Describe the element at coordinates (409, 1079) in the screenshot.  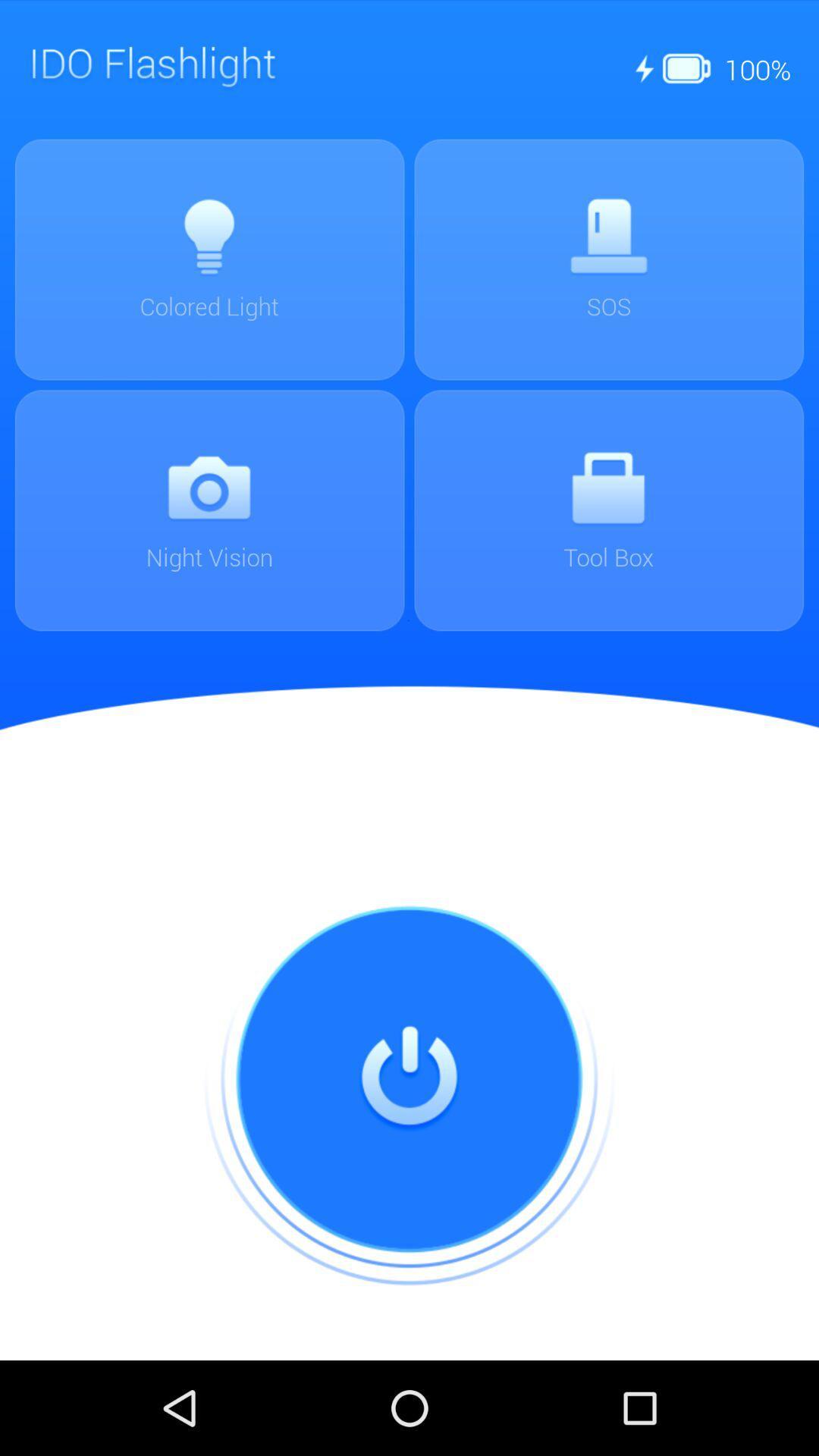
I see `the icon at the bottom` at that location.